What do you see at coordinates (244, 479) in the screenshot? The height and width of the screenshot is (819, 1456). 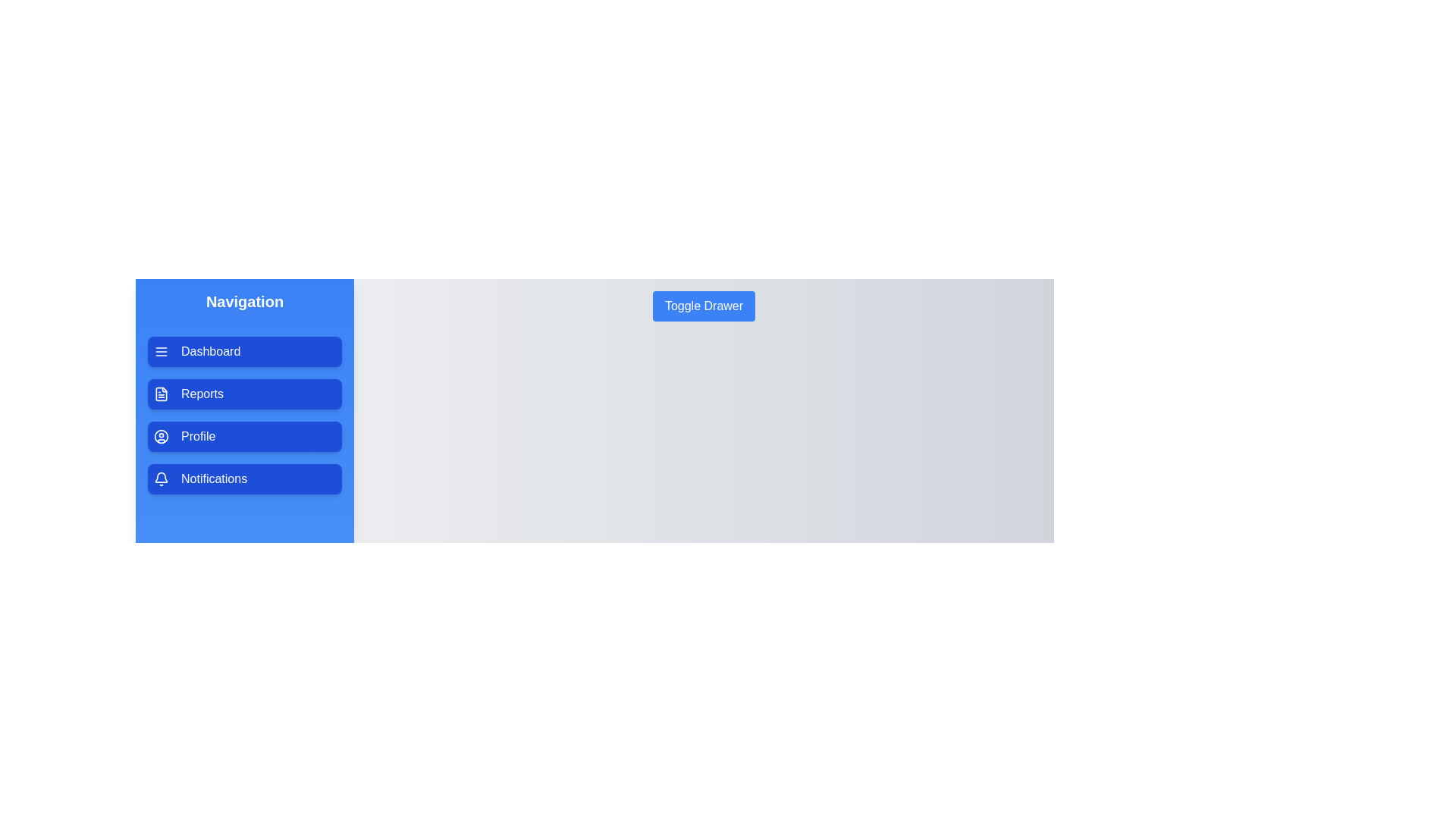 I see `the menu item labeled Notifications to select it` at bounding box center [244, 479].